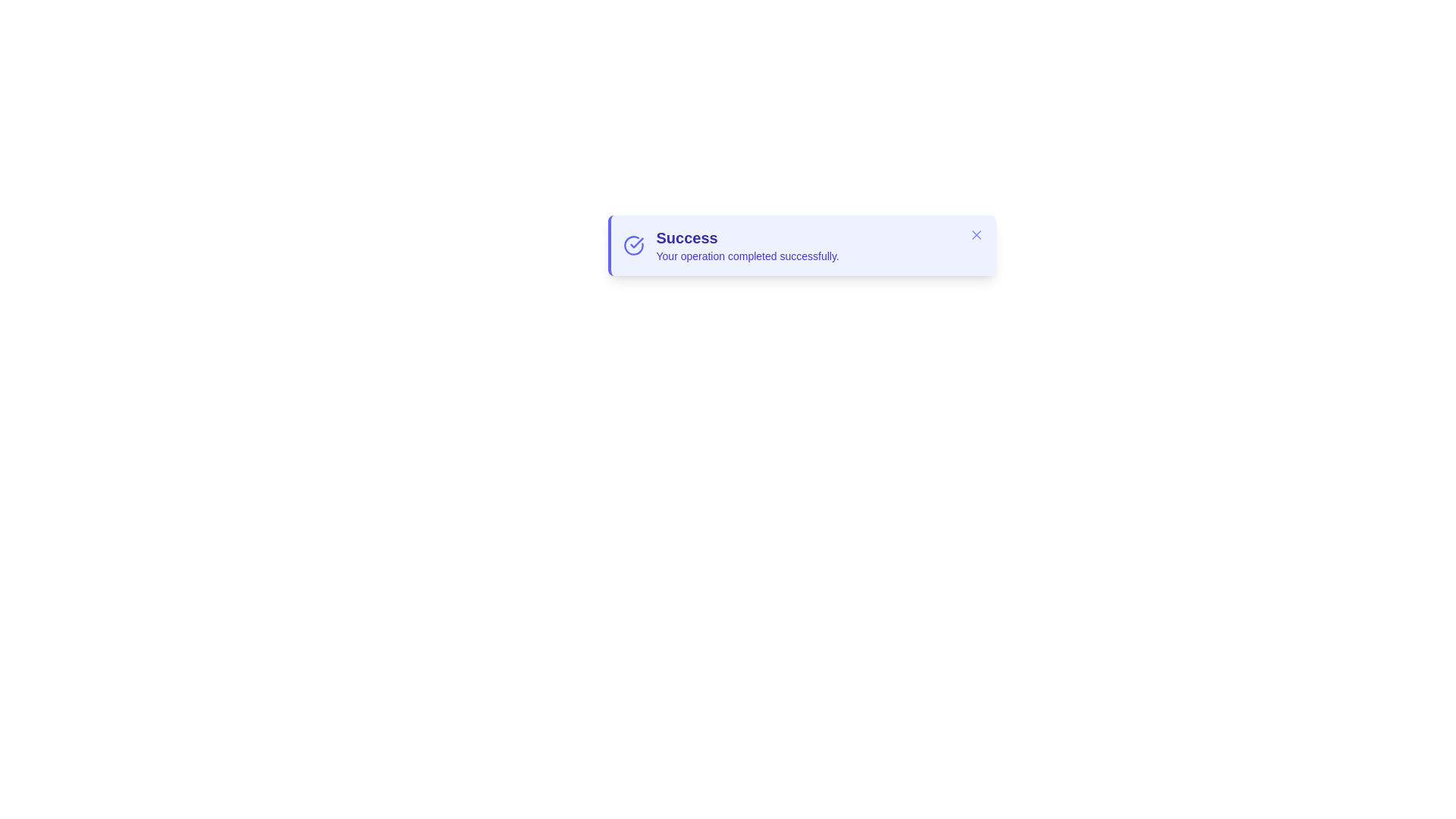 Image resolution: width=1456 pixels, height=819 pixels. What do you see at coordinates (801, 245) in the screenshot?
I see `the notification banner with a light indigo background that has a bold headline 'Success' and a dismissible 'X' icon on the right` at bounding box center [801, 245].